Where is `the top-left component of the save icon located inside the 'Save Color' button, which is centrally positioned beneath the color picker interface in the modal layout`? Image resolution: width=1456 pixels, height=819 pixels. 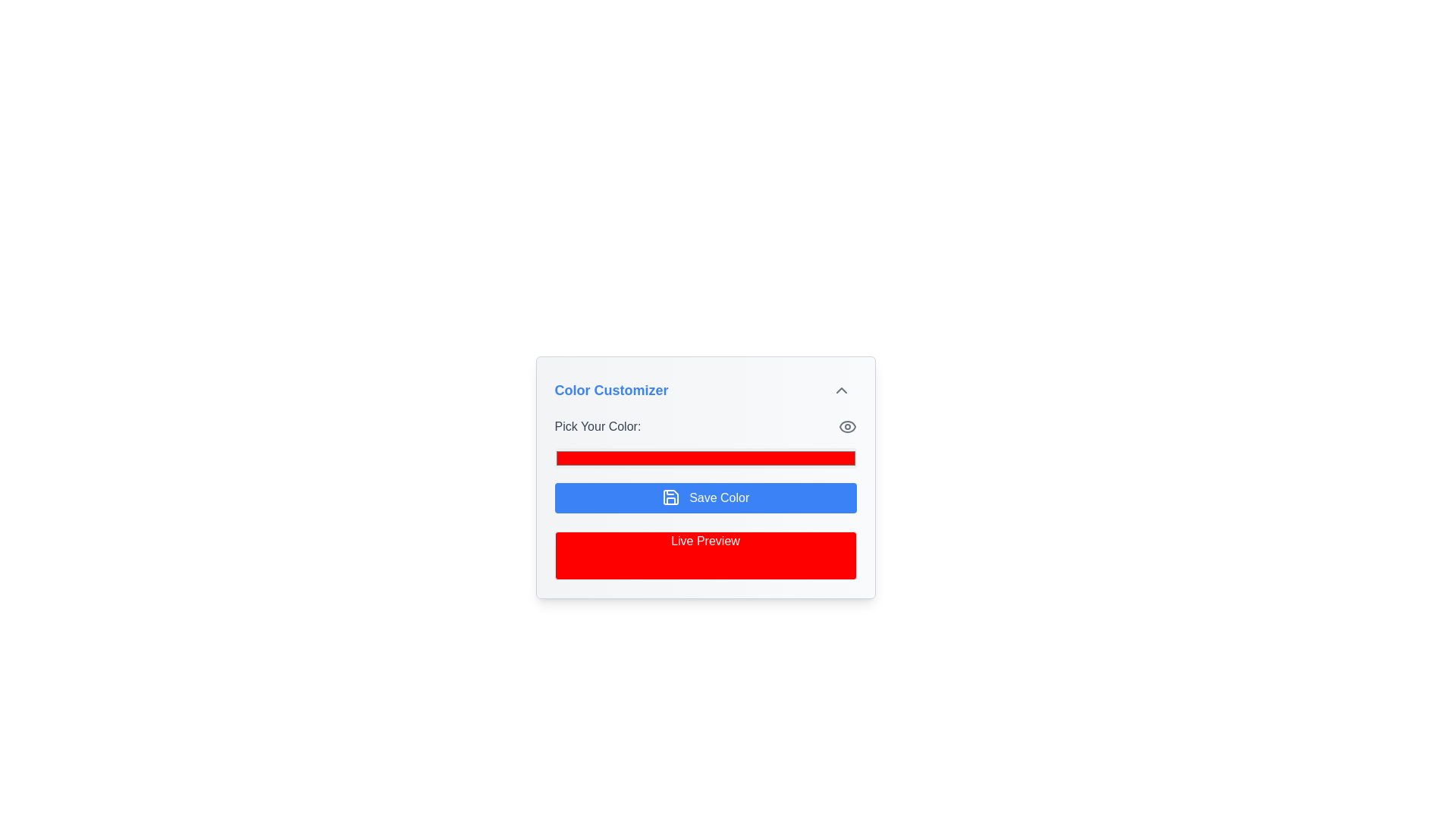
the top-left component of the save icon located inside the 'Save Color' button, which is centrally positioned beneath the color picker interface in the modal layout is located at coordinates (670, 497).